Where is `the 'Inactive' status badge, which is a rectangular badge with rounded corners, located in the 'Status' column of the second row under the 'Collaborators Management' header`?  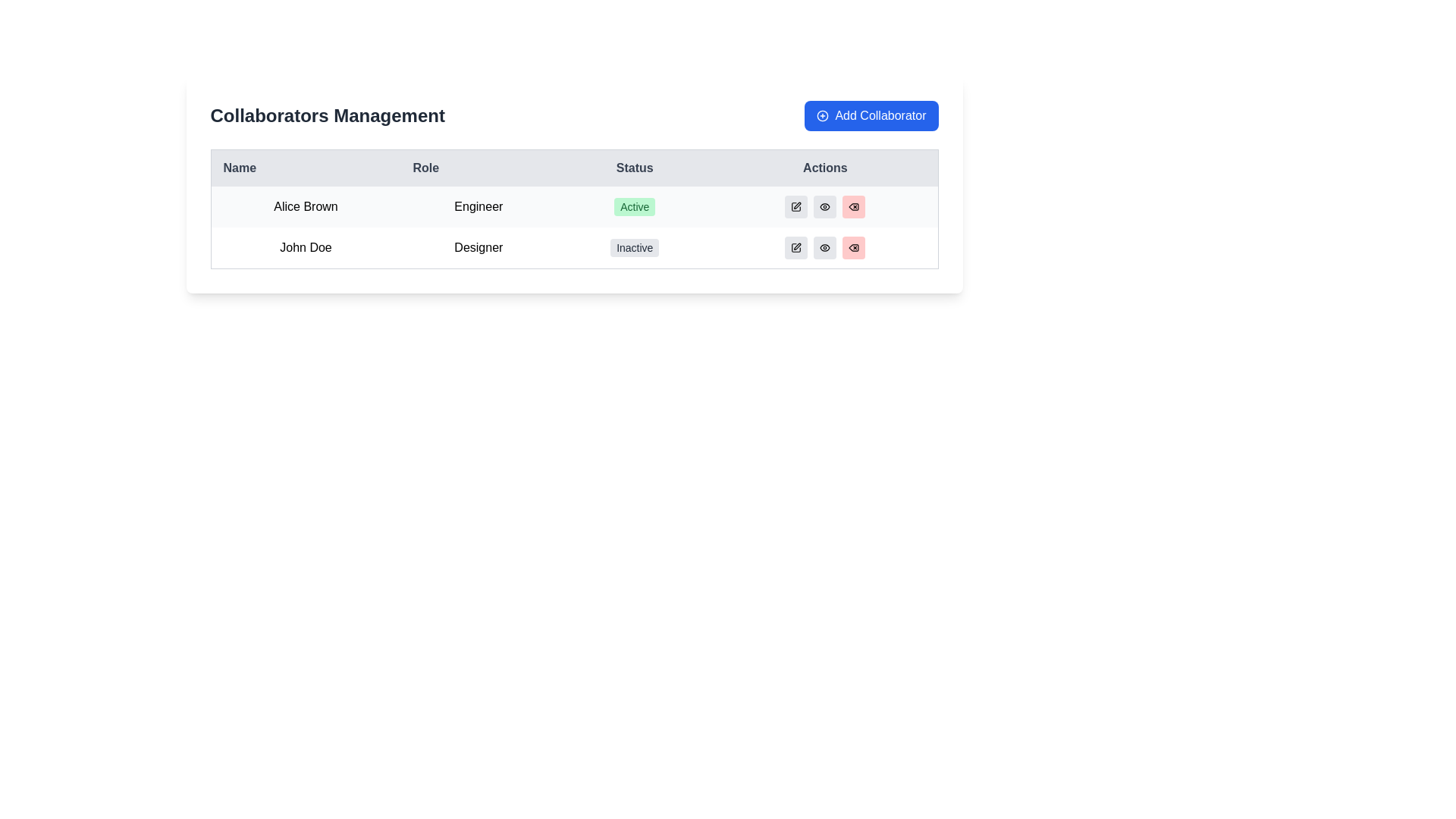 the 'Inactive' status badge, which is a rectangular badge with rounded corners, located in the 'Status' column of the second row under the 'Collaborators Management' header is located at coordinates (635, 247).